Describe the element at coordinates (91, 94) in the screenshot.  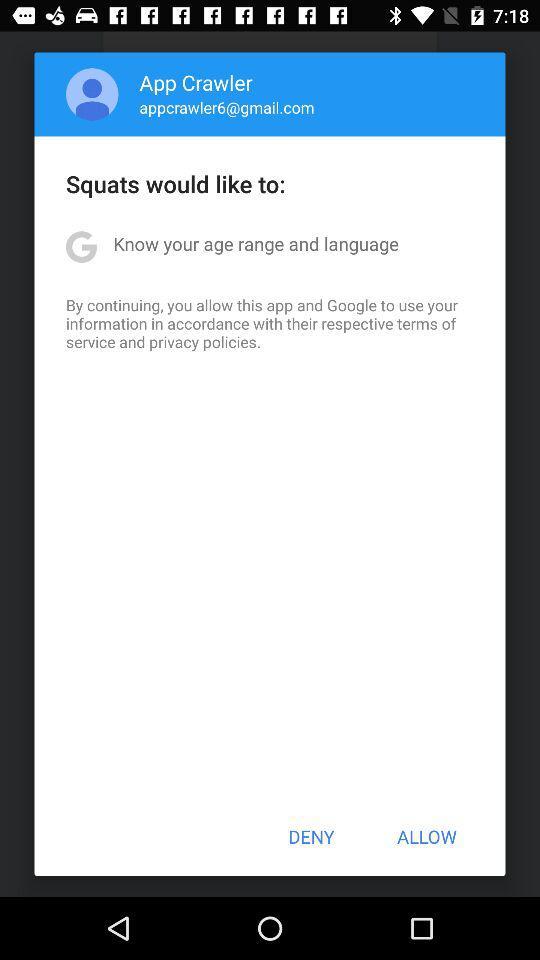
I see `icon above the squats would like` at that location.